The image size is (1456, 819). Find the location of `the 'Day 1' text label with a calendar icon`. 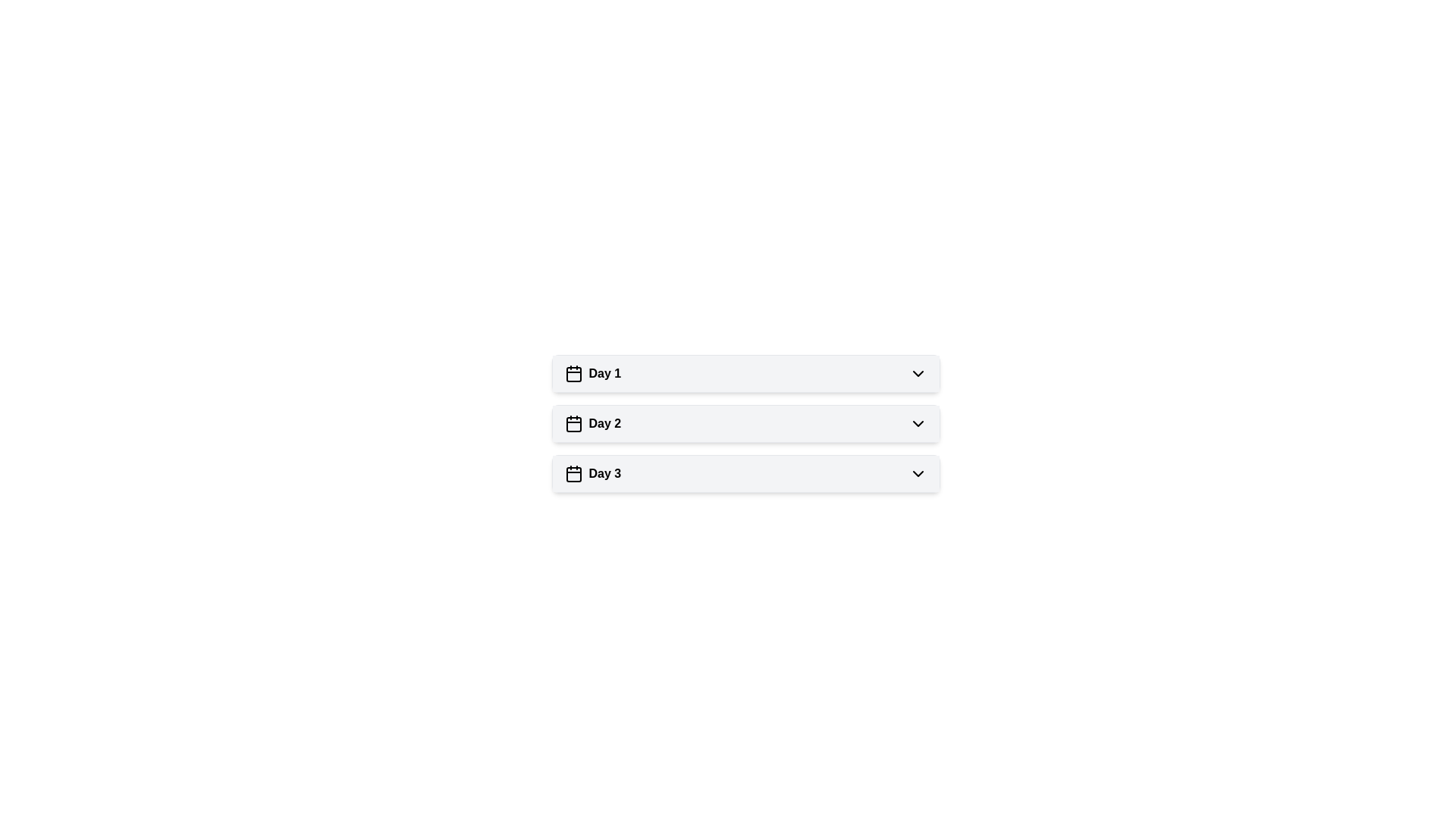

the 'Day 1' text label with a calendar icon is located at coordinates (591, 374).